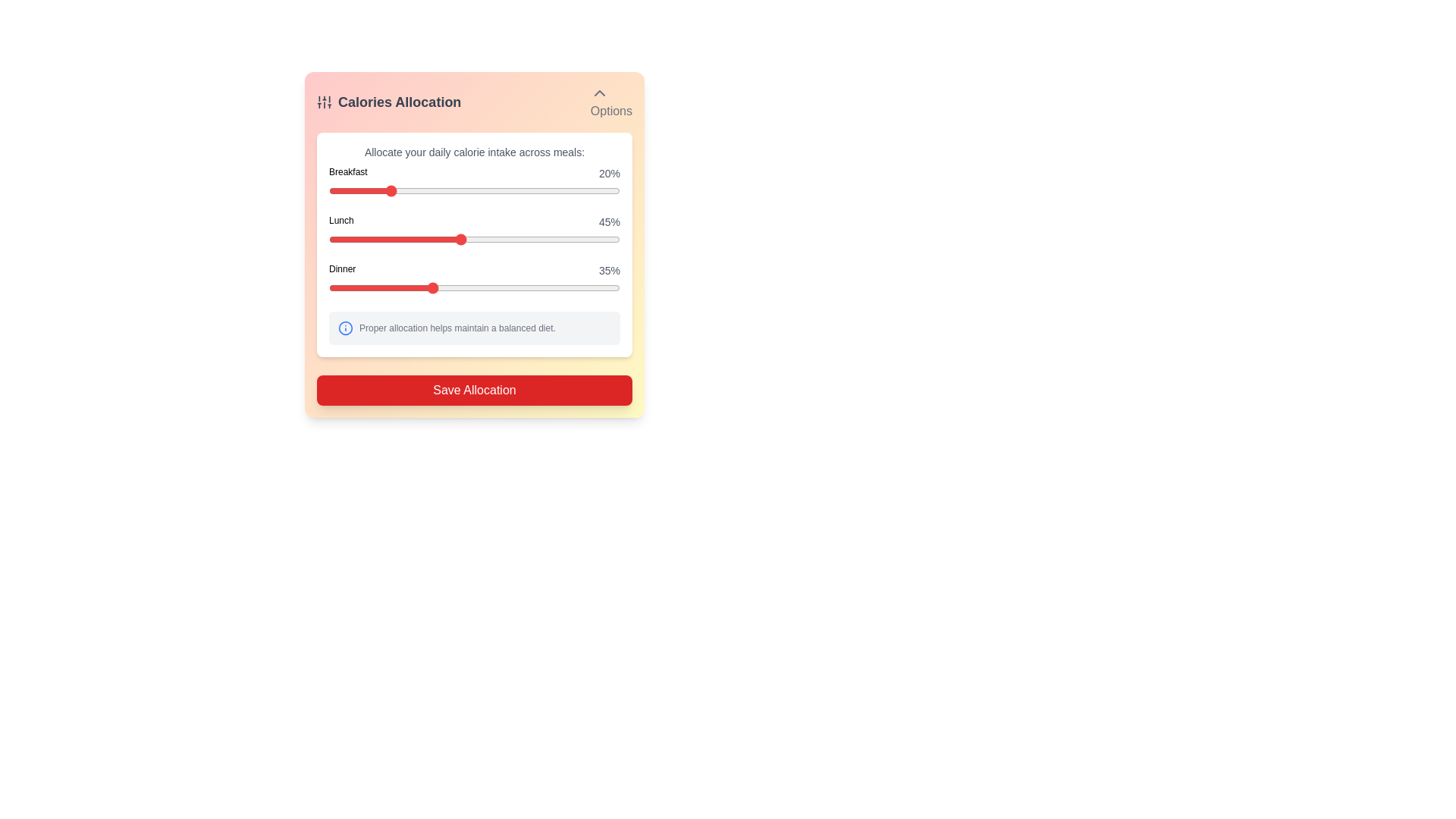 This screenshot has height=819, width=1456. What do you see at coordinates (345, 327) in the screenshot?
I see `the informational tooltip icon to reveal additional details` at bounding box center [345, 327].